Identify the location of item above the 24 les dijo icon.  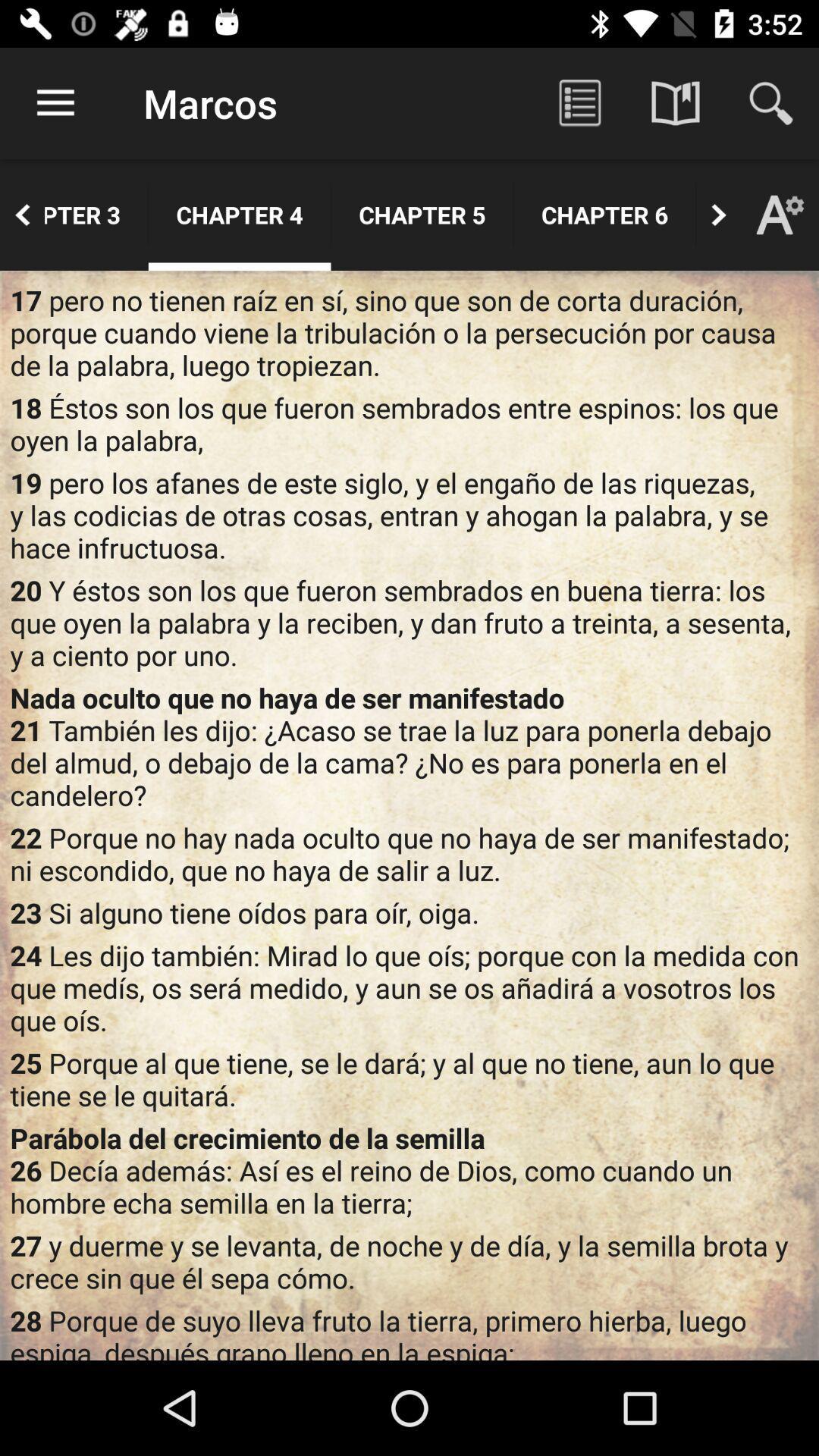
(409, 912).